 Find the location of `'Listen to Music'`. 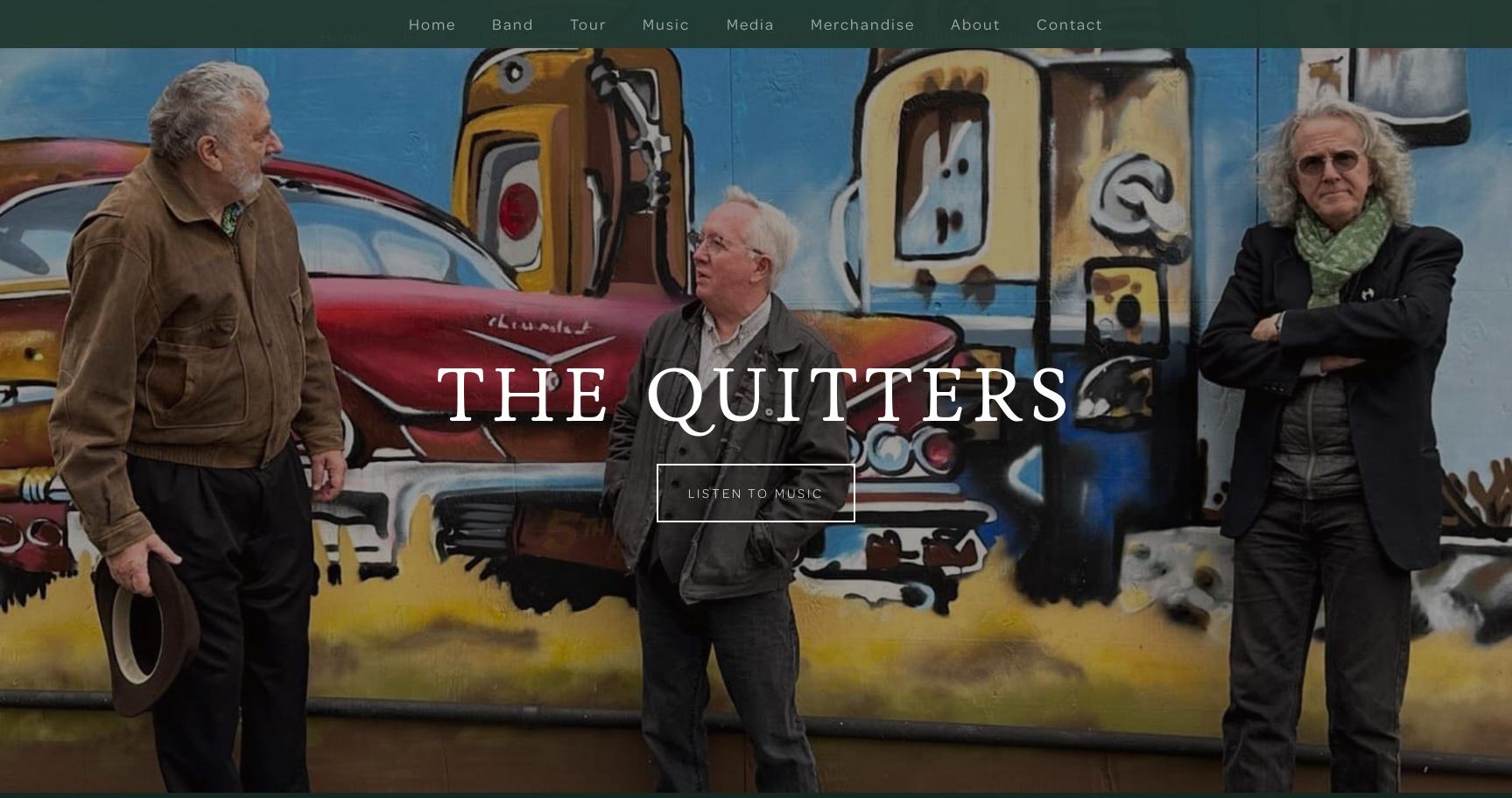

'Listen to Music' is located at coordinates (756, 493).